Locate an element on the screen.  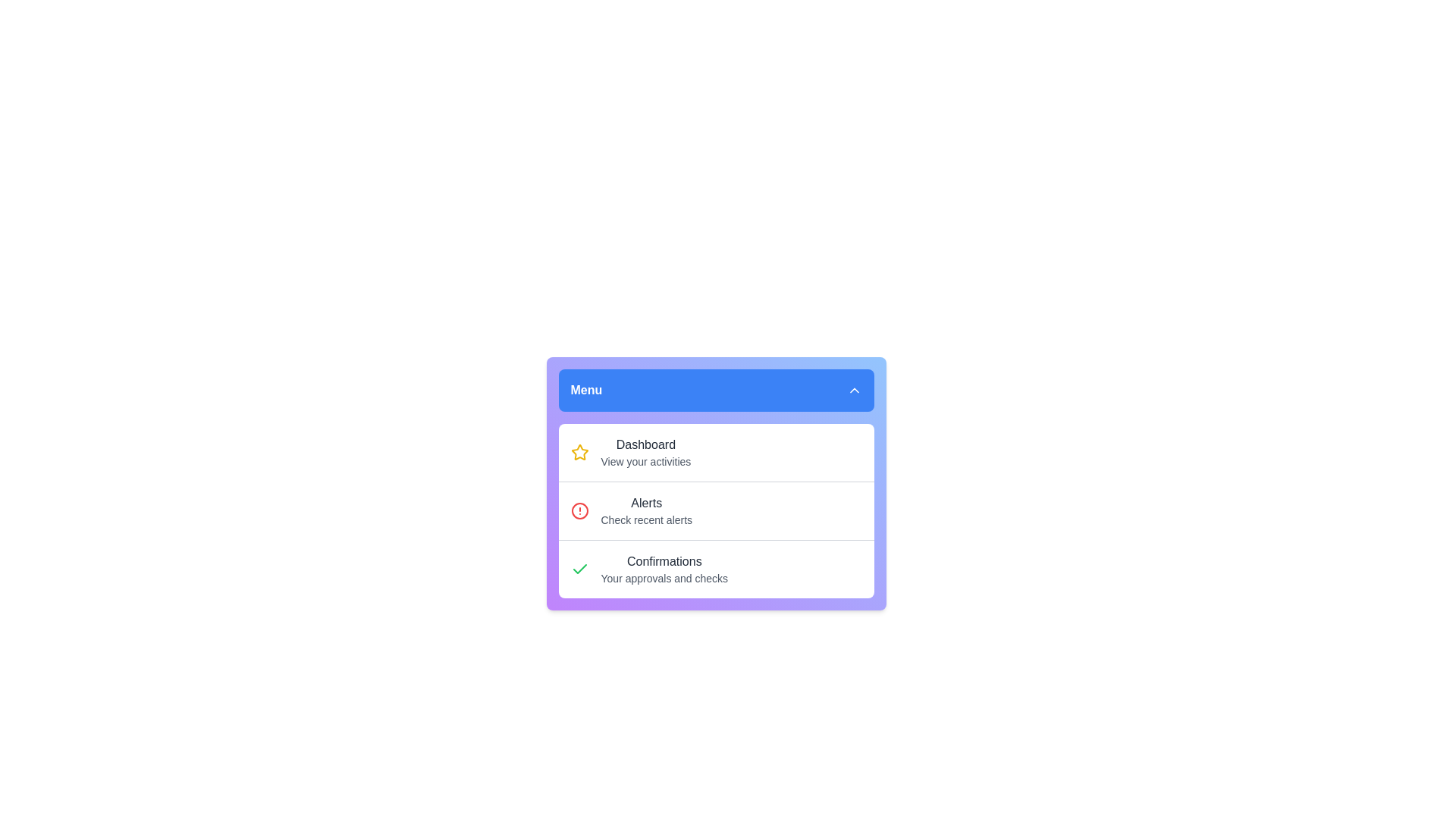
the significance of the yellow star icon located to the left of the 'Dashboard' menu item is located at coordinates (579, 452).